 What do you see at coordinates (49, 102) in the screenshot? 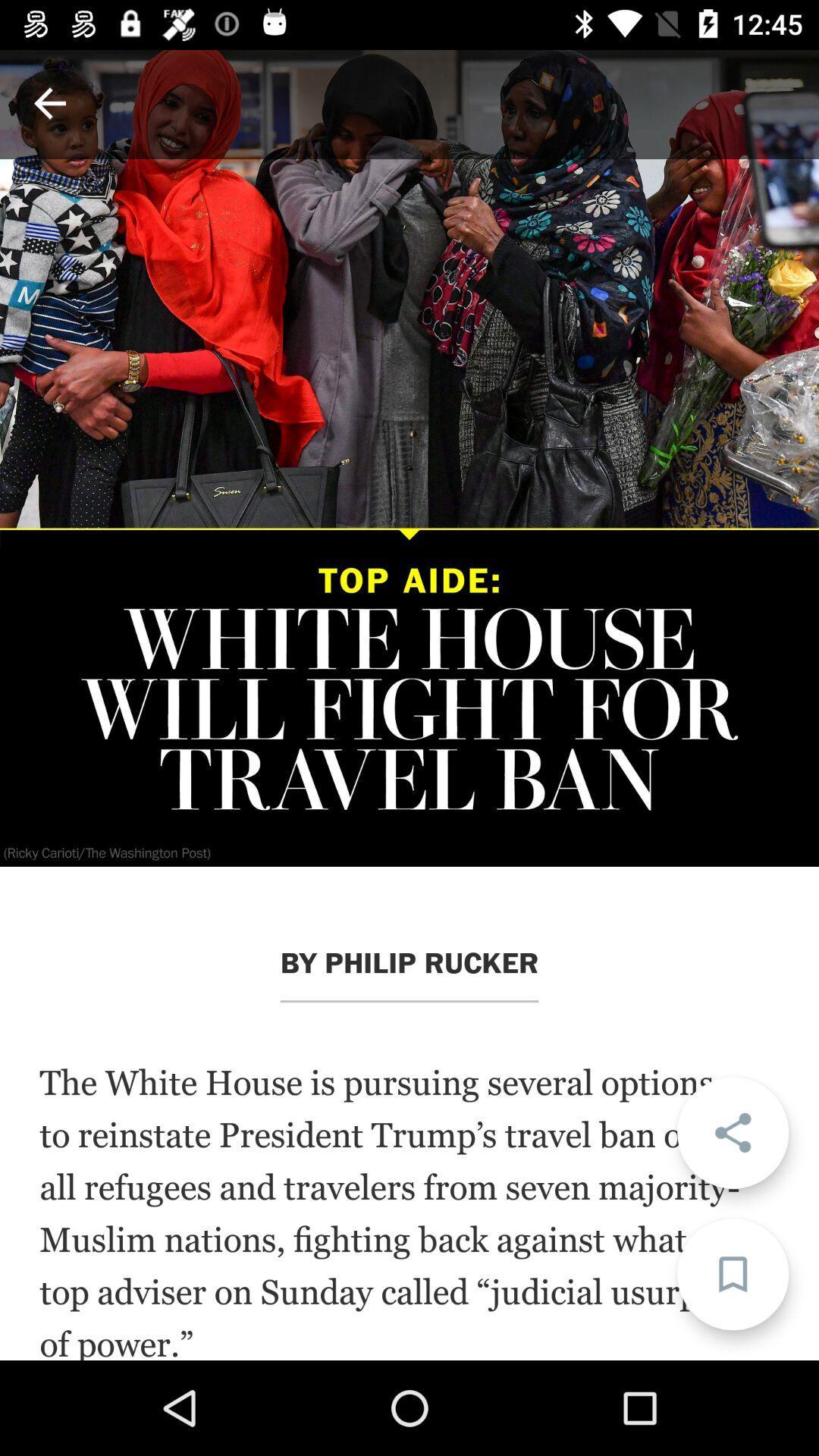
I see `the arrow_backward icon` at bounding box center [49, 102].